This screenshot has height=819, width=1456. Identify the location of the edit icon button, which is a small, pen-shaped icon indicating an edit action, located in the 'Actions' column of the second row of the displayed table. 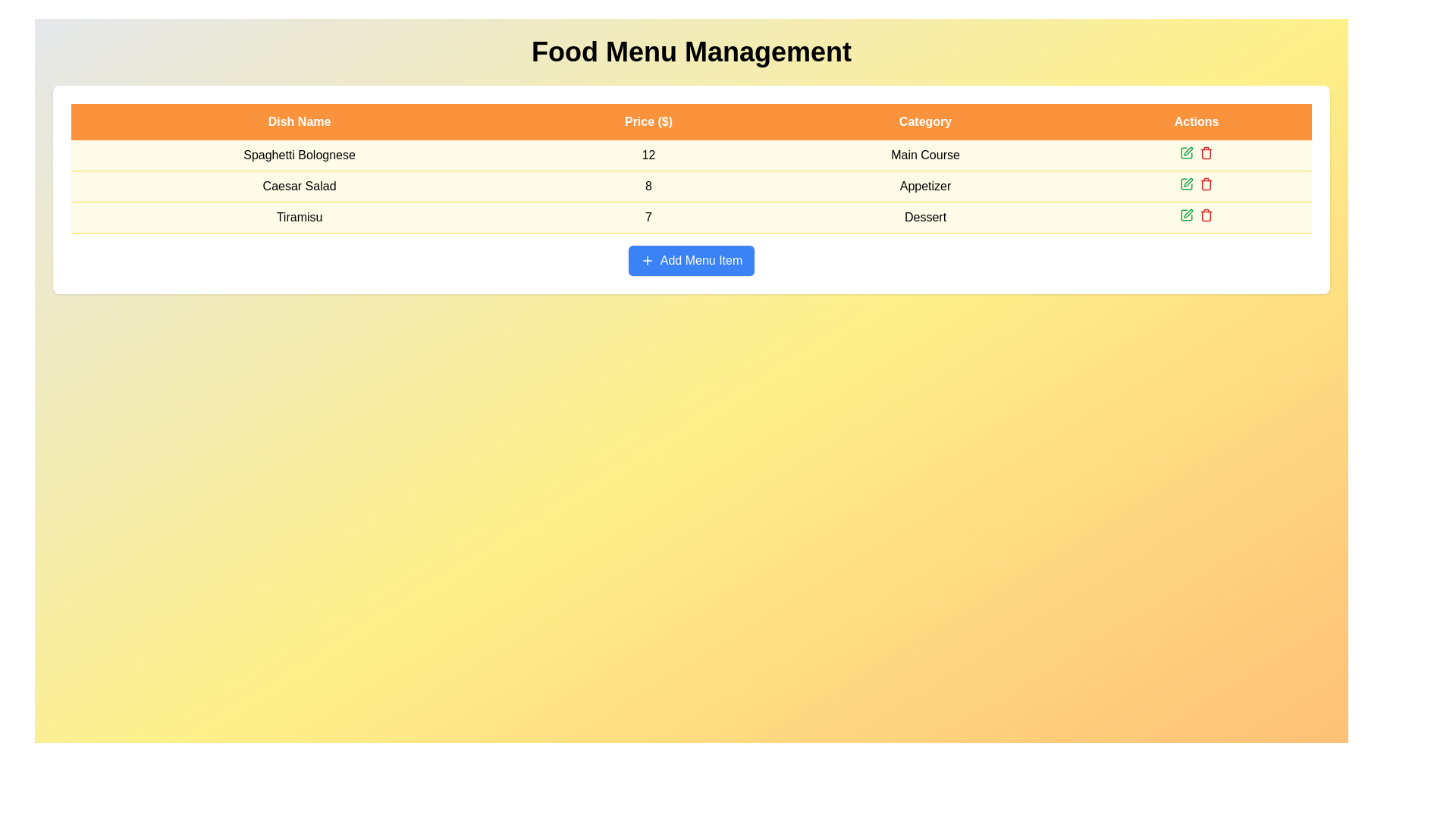
(1188, 181).